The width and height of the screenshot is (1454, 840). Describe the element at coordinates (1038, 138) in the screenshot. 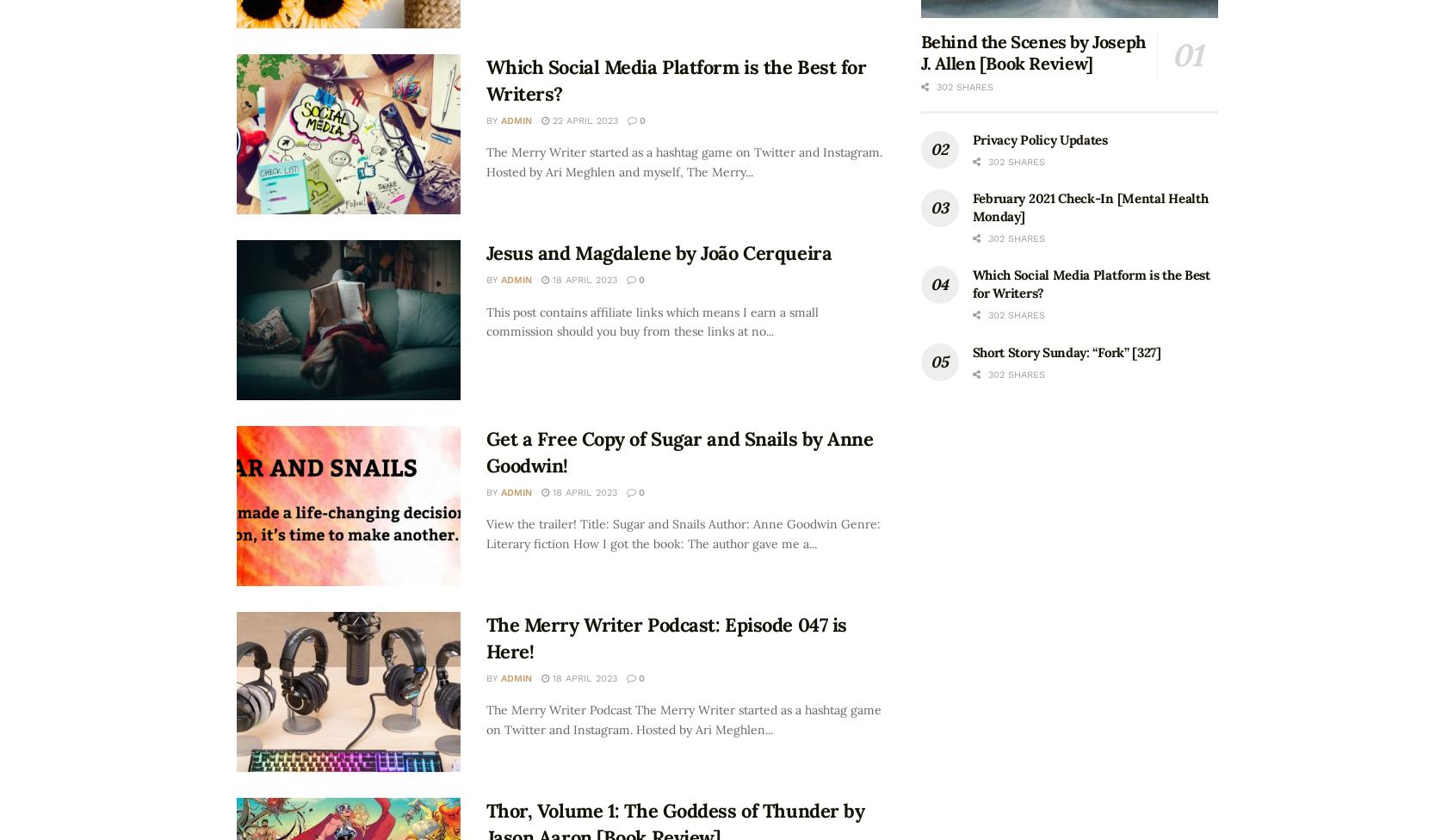

I see `'Privacy Policy Updates'` at that location.